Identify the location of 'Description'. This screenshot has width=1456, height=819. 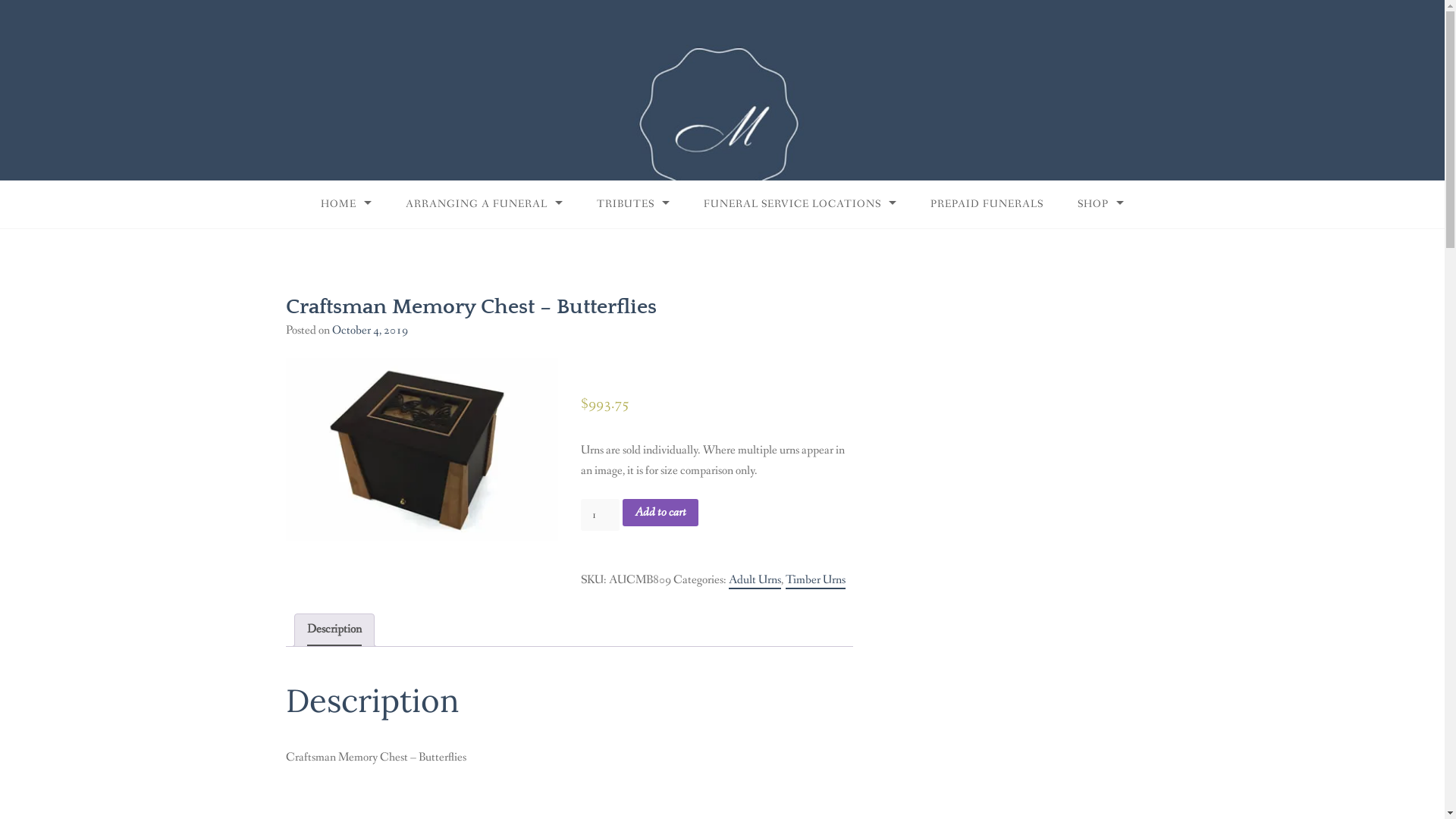
(333, 629).